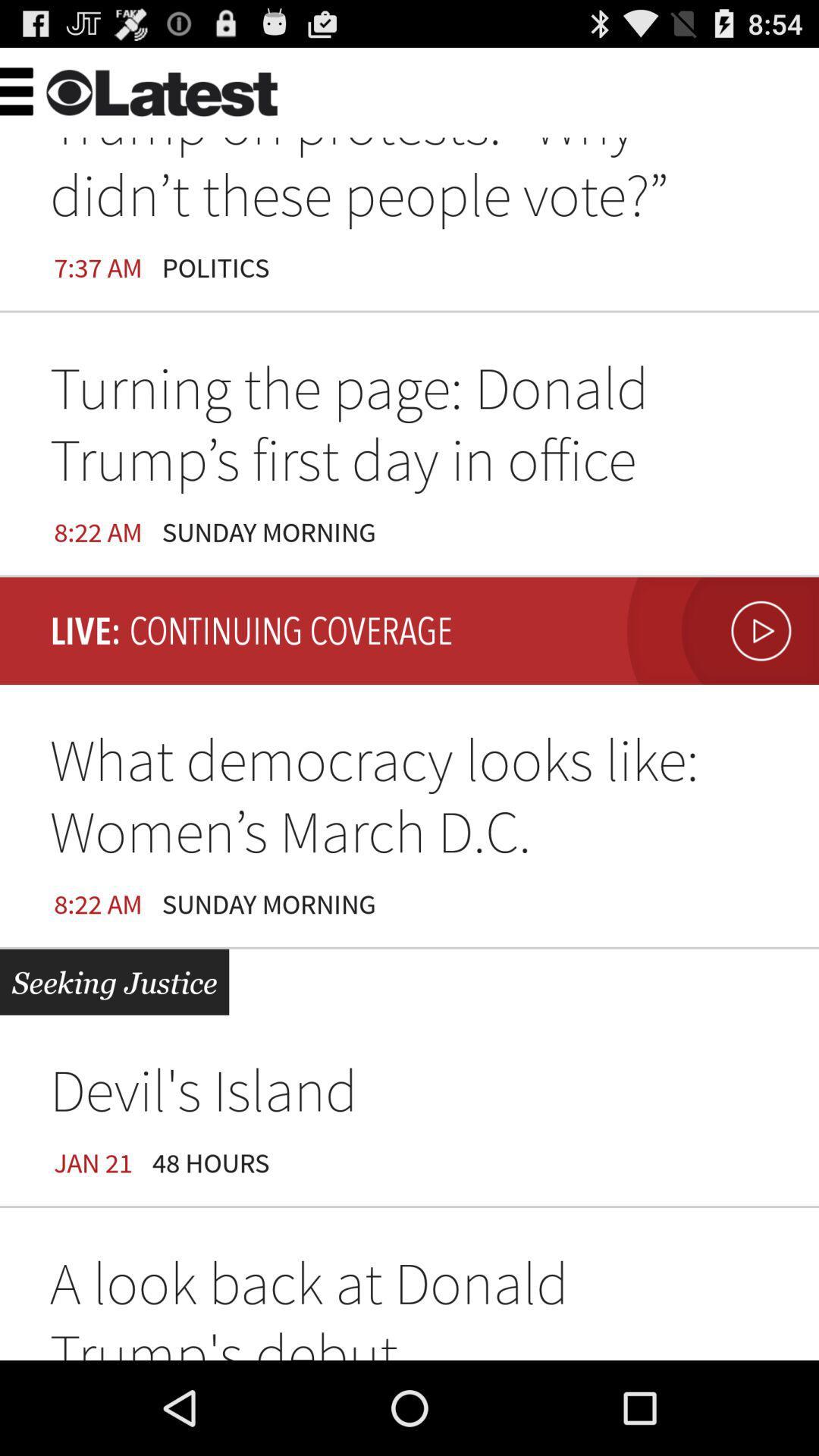 Image resolution: width=819 pixels, height=1456 pixels. Describe the element at coordinates (718, 631) in the screenshot. I see `video` at that location.